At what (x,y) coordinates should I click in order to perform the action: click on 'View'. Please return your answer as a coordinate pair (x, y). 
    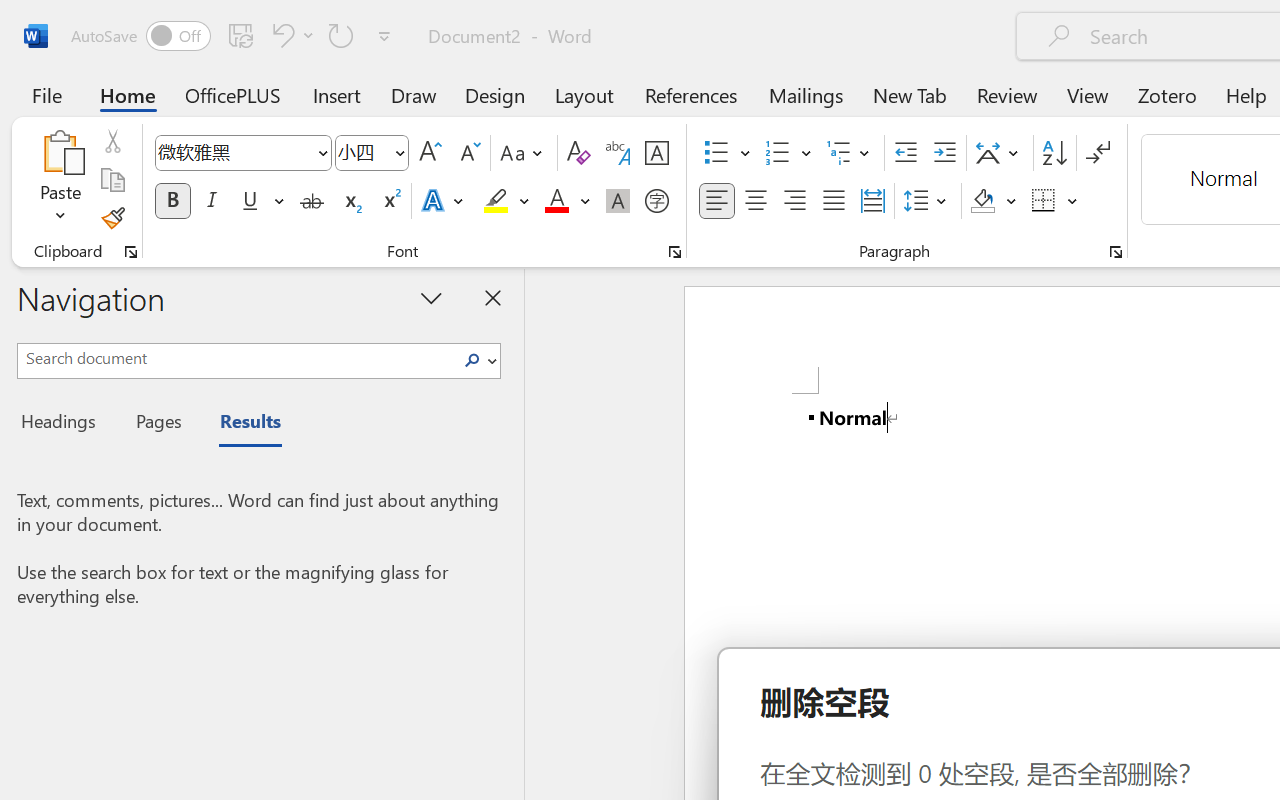
    Looking at the image, I should click on (1087, 94).